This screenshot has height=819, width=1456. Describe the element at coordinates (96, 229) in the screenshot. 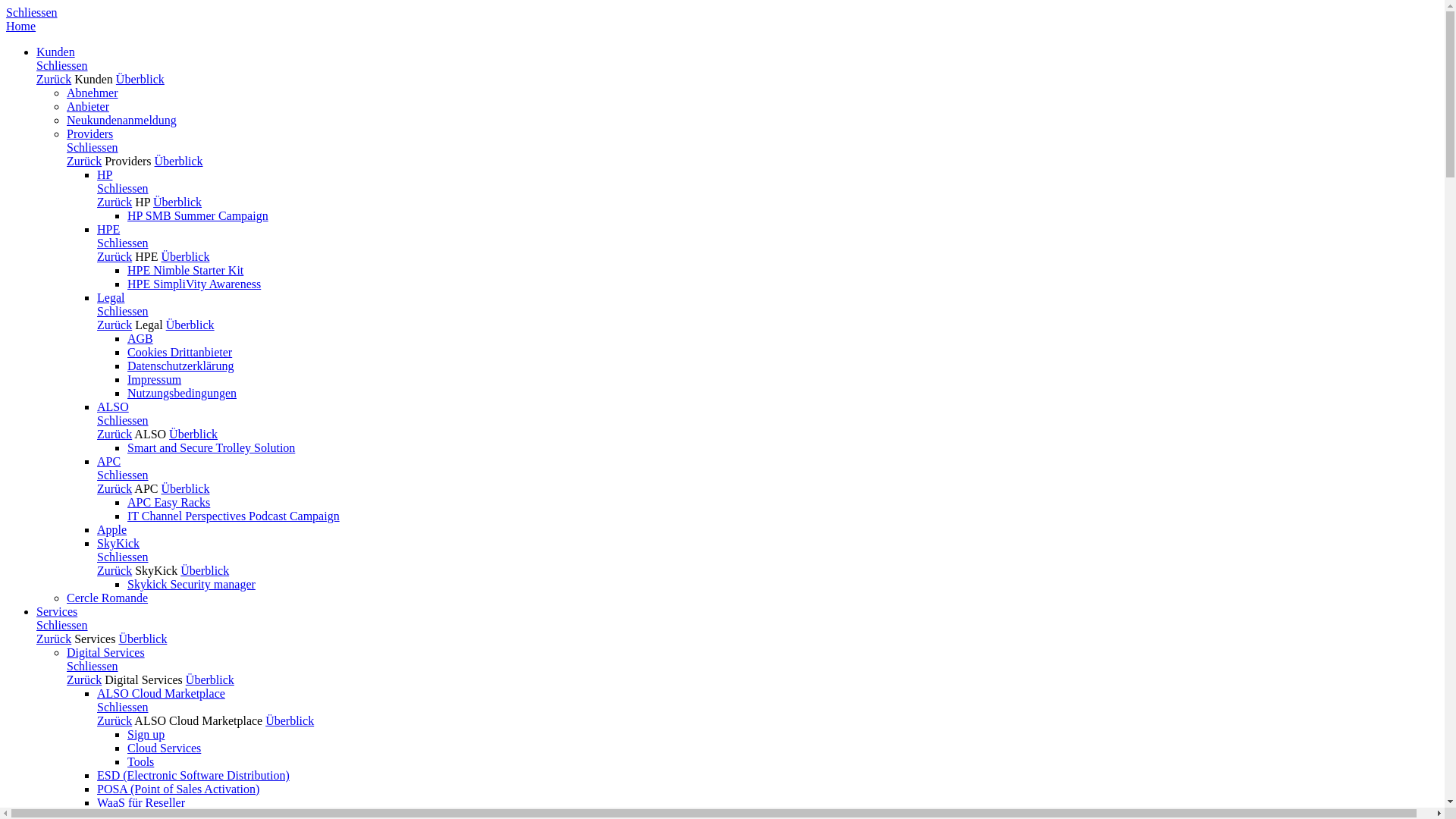

I see `'HPE'` at that location.